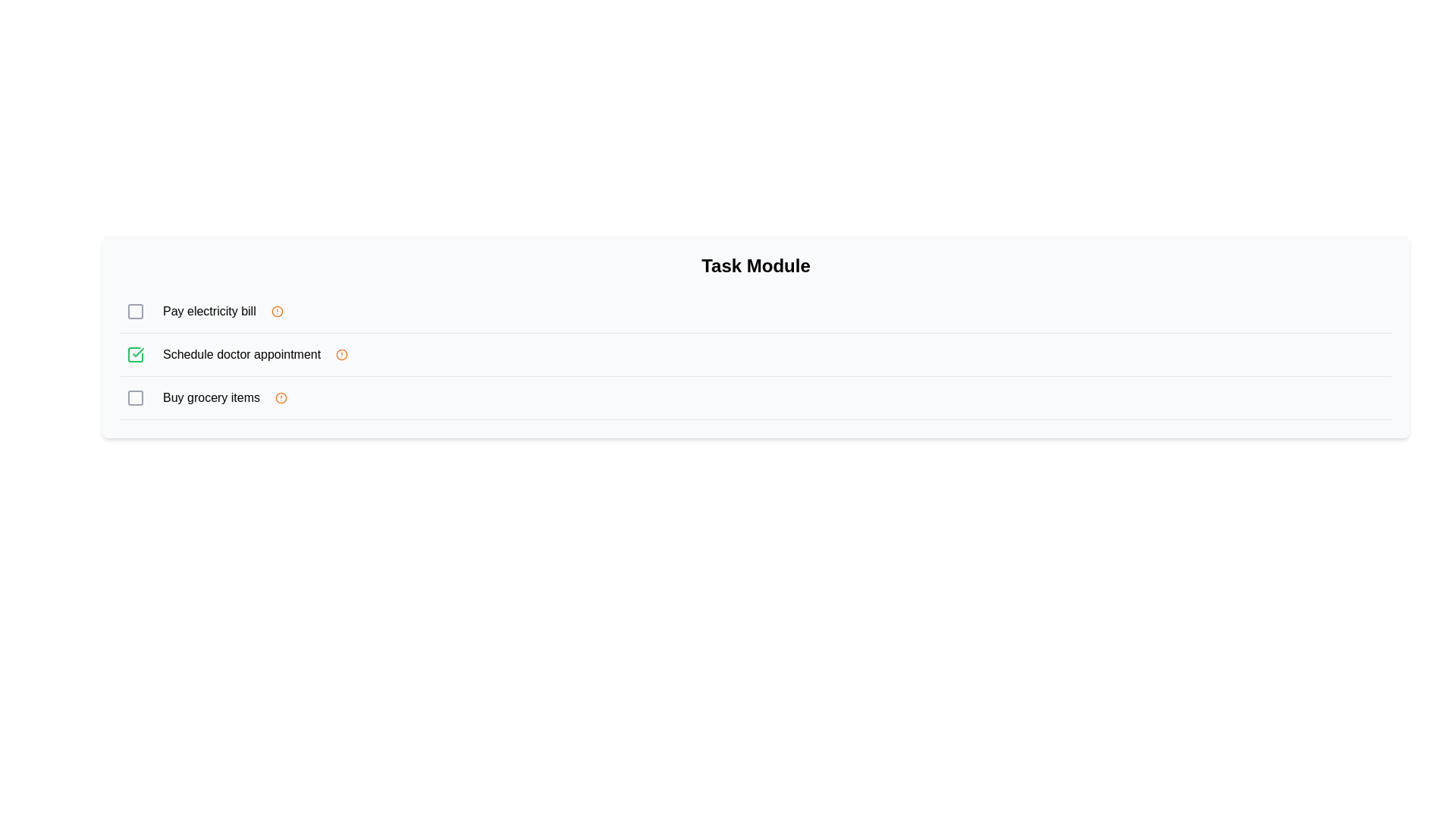 This screenshot has width=1456, height=819. Describe the element at coordinates (135, 397) in the screenshot. I see `the checkbox representing the task 'Buy grocery items'` at that location.